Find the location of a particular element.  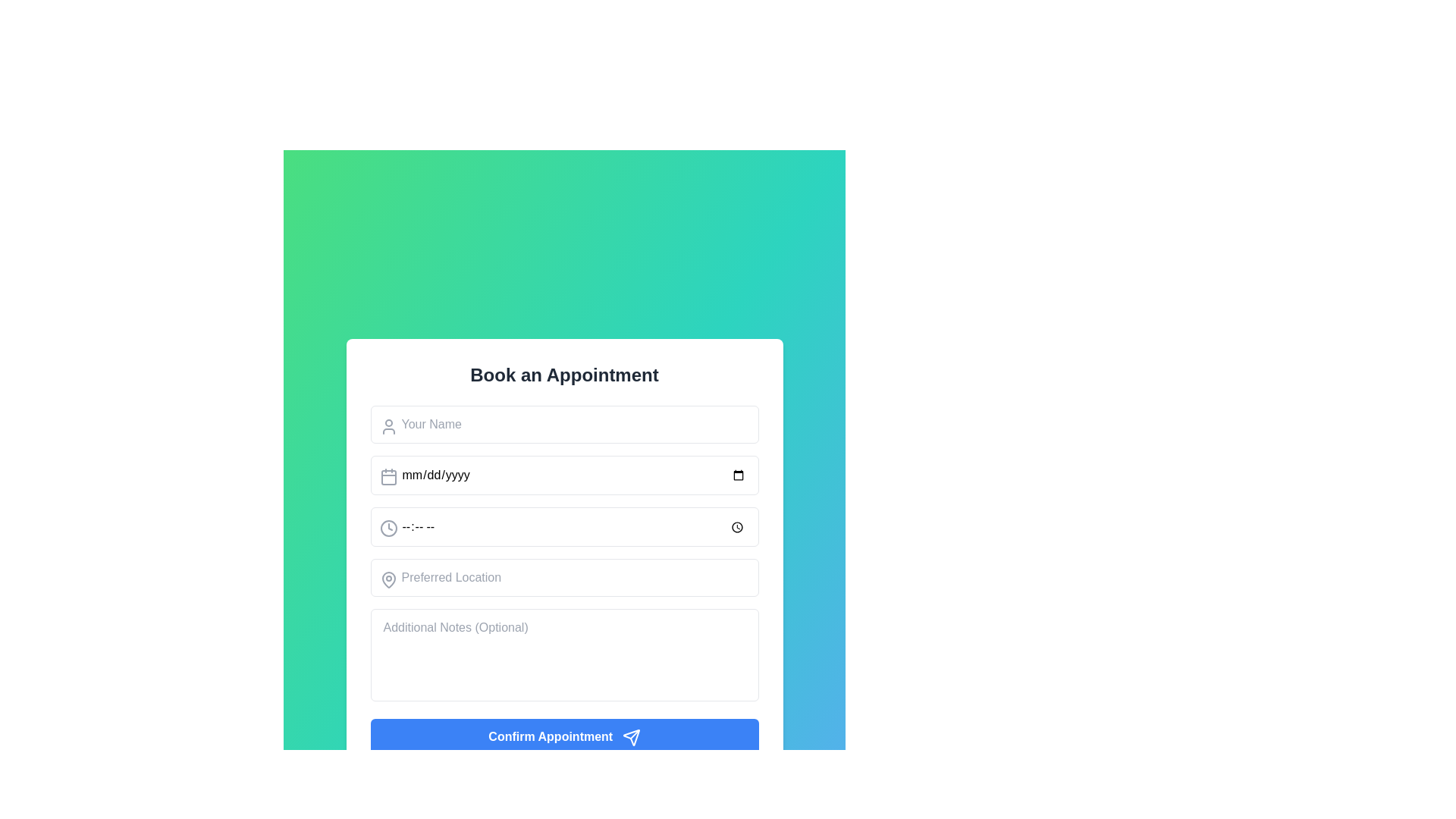

the decorative SVG circle that is part of the clock icon, located near the center of the clock icon in the user interface form is located at coordinates (388, 528).